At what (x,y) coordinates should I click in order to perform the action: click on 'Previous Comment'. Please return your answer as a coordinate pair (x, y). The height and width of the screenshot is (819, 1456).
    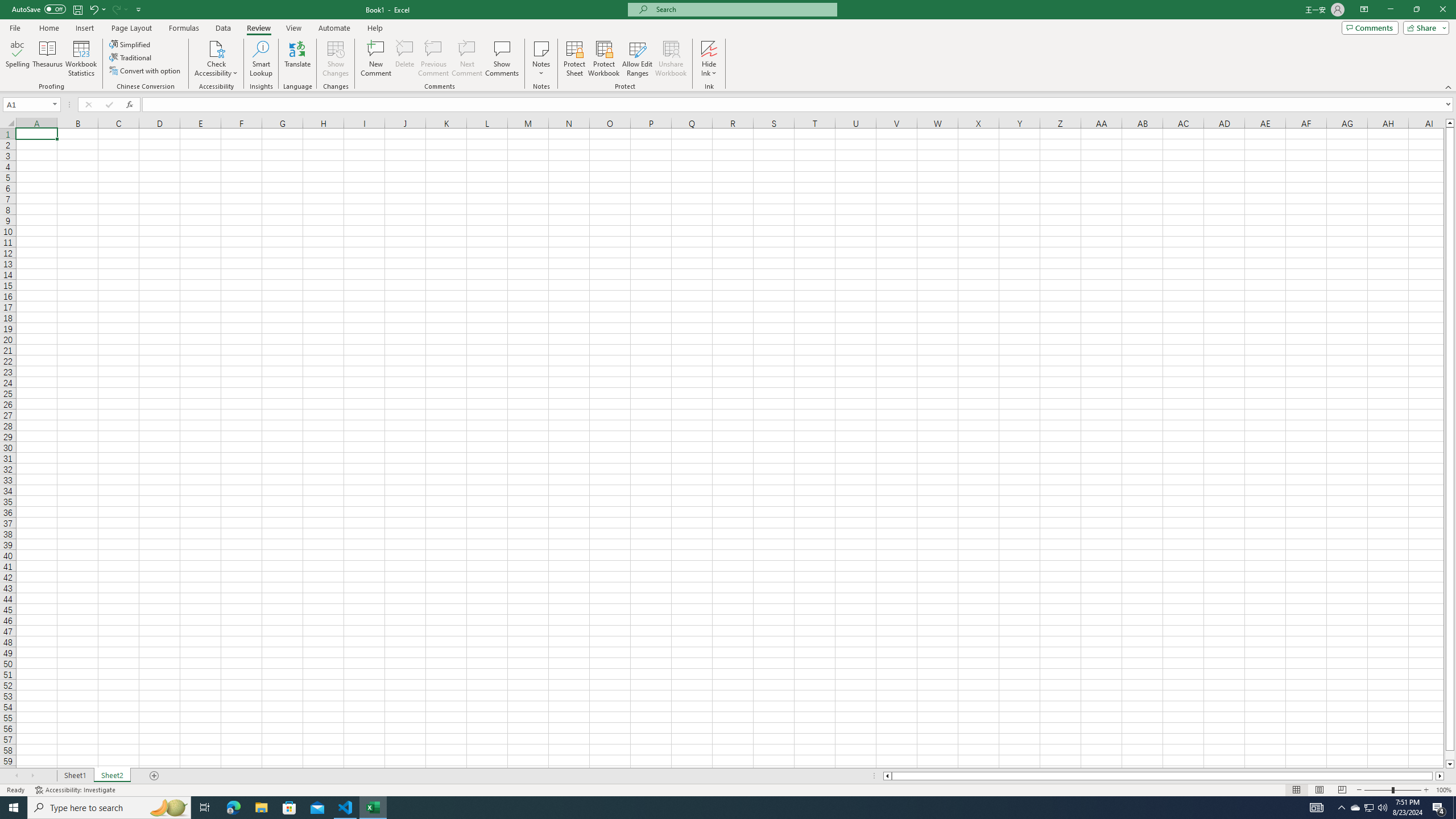
    Looking at the image, I should click on (433, 59).